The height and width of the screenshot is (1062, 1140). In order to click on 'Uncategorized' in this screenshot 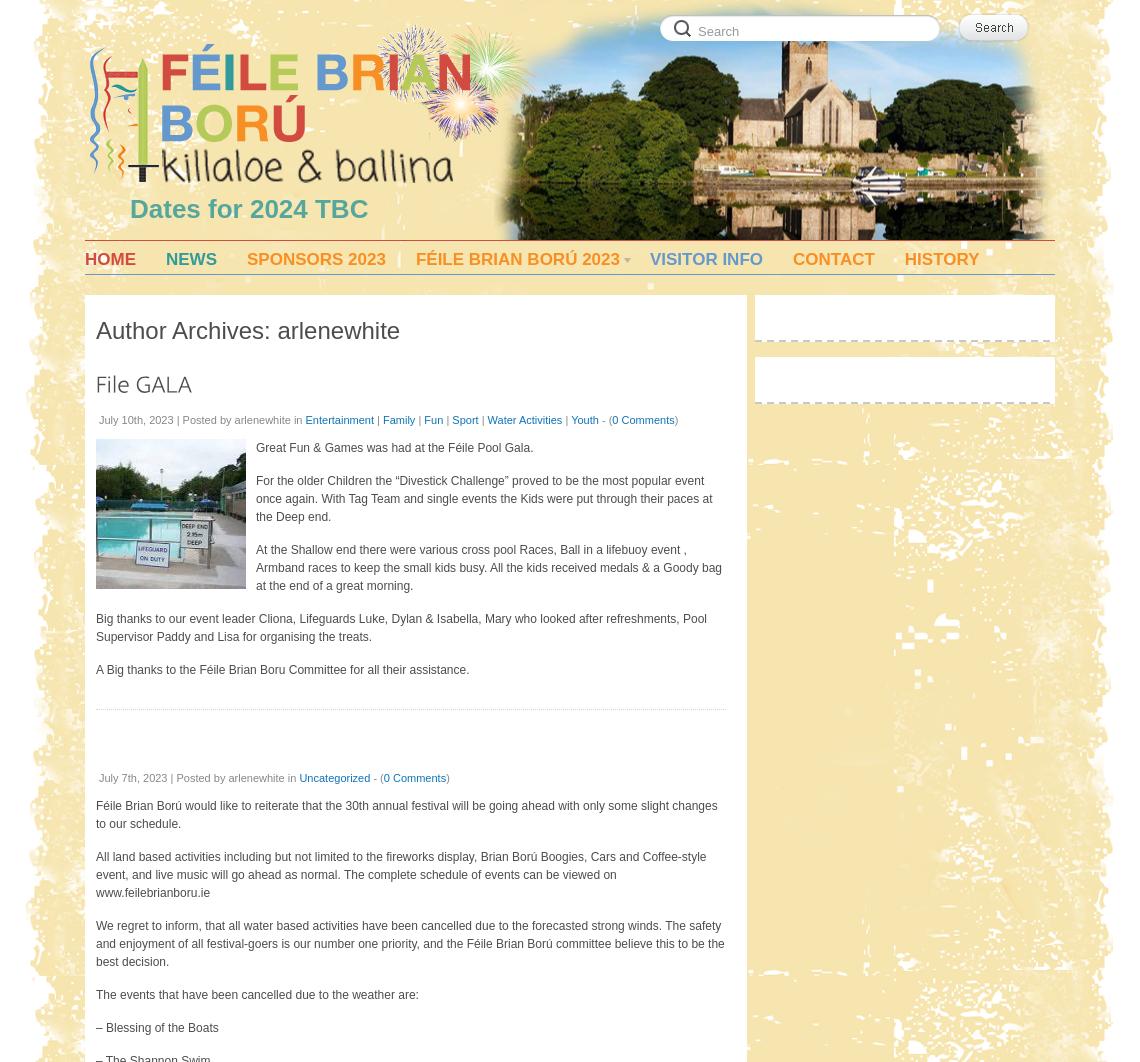, I will do `click(299, 778)`.